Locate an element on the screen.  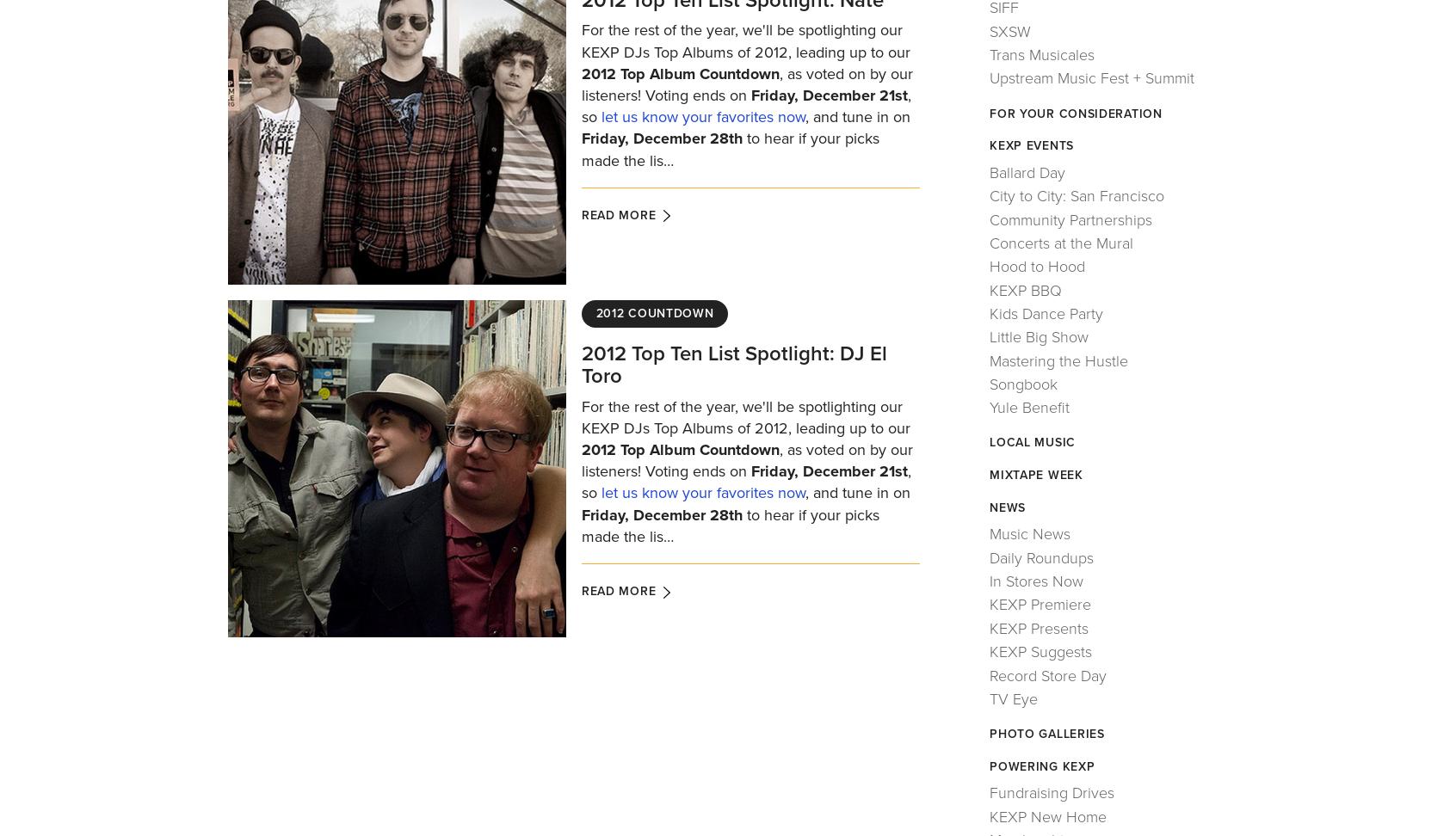
'Songbook' is located at coordinates (989, 382).